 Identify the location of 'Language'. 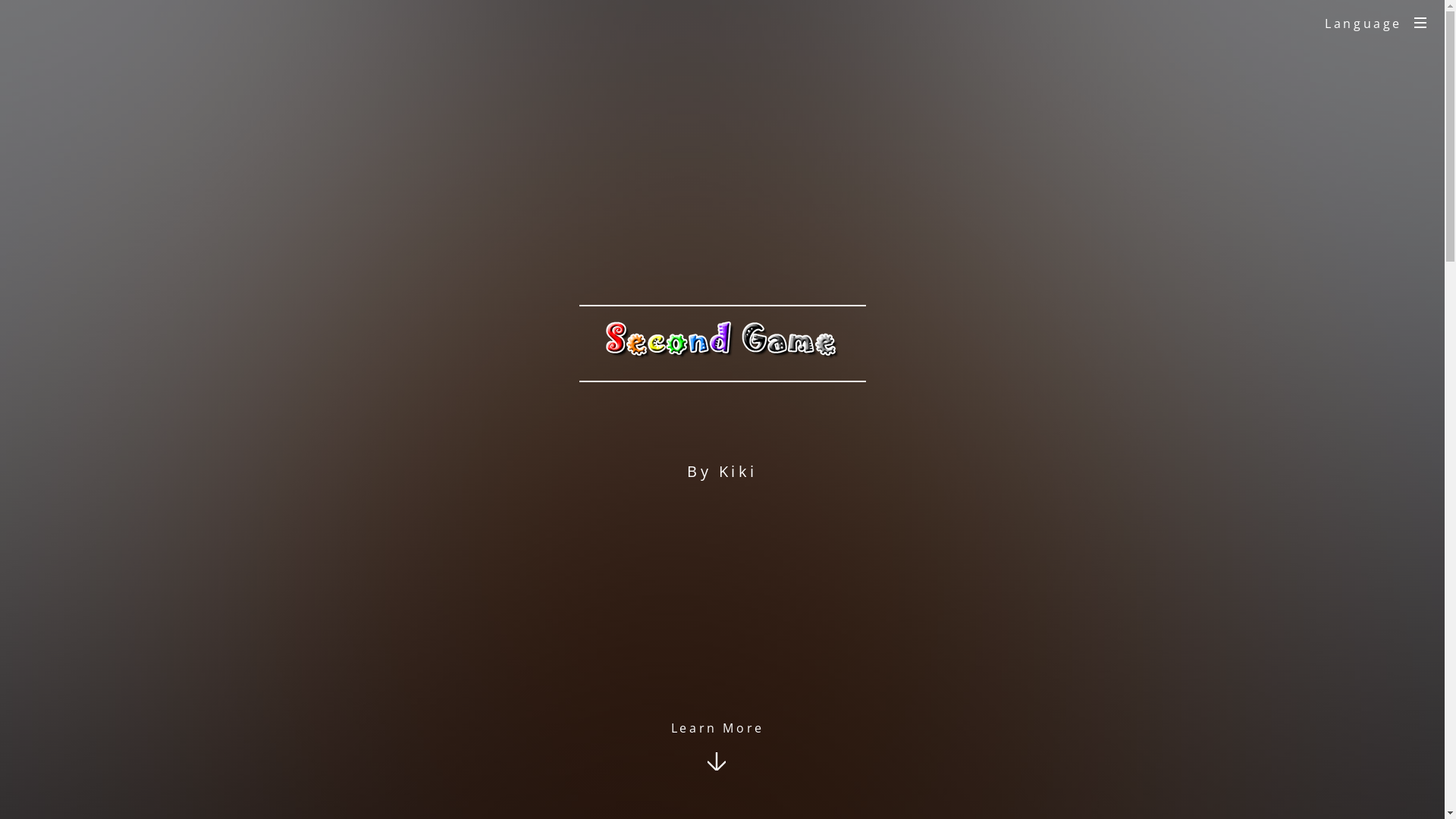
(1306, 23).